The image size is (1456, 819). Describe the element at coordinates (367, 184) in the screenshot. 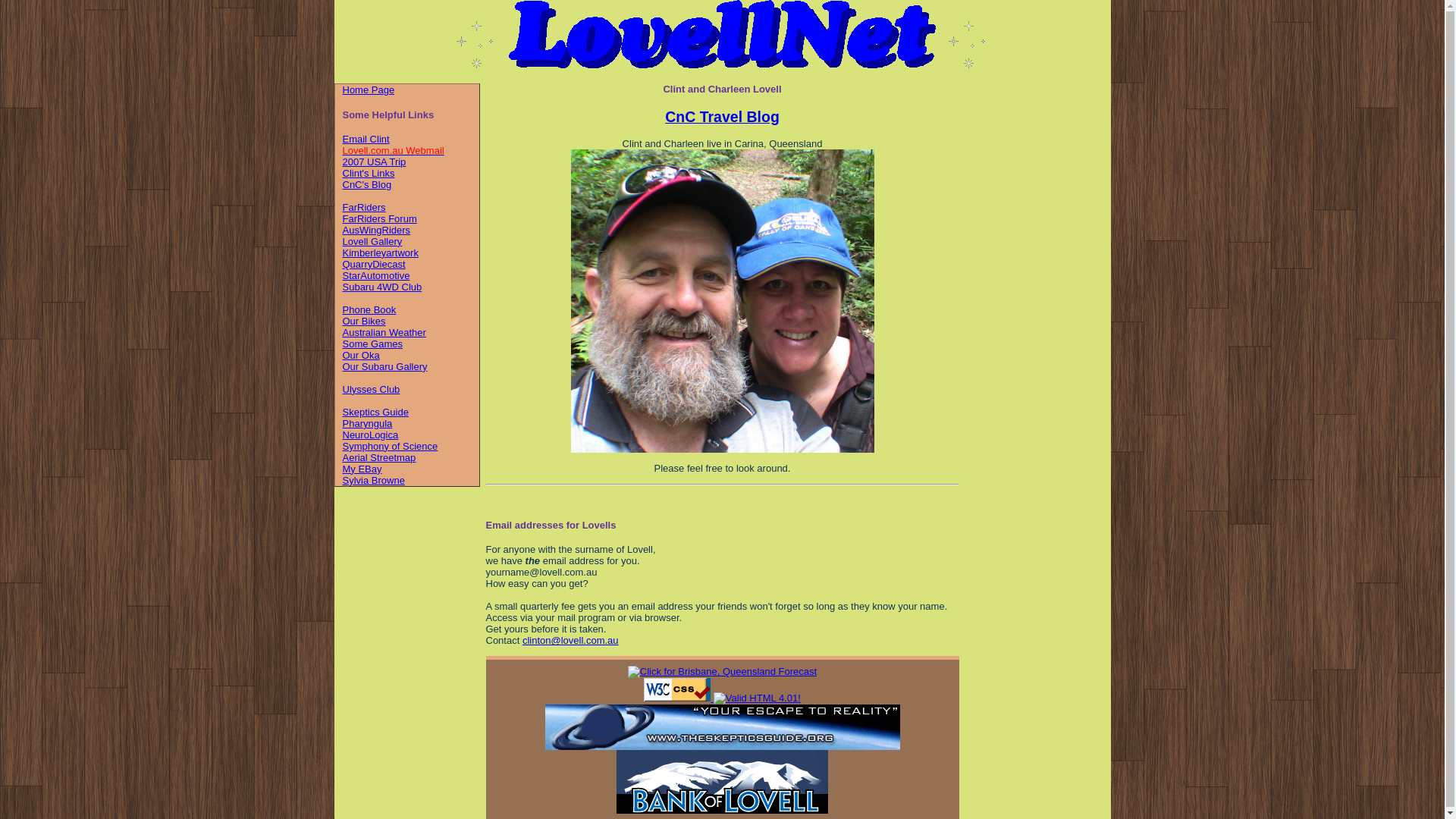

I see `'CnC's Blog'` at that location.